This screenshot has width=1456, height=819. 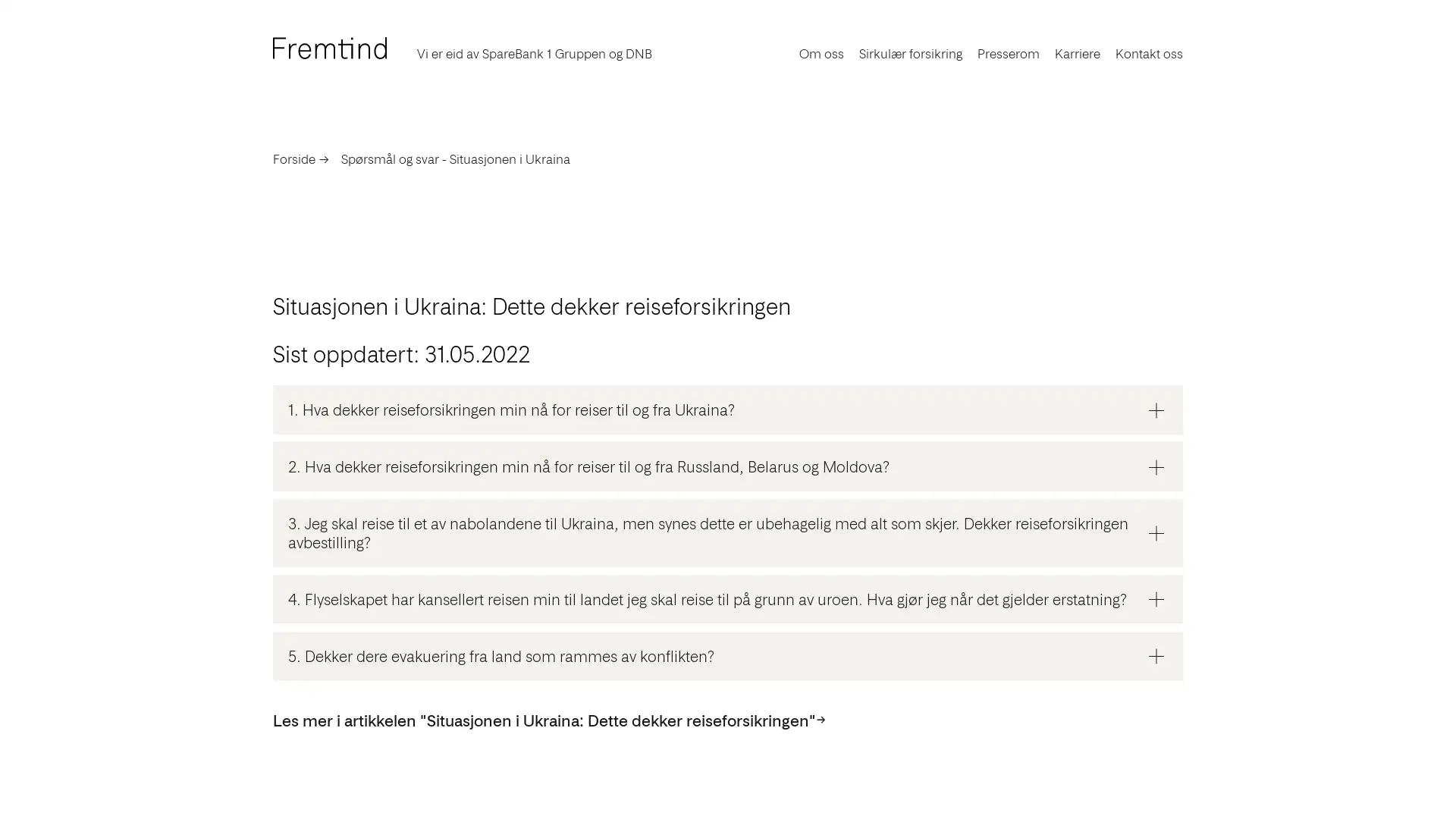 I want to click on 1. Hva dekker reiseforsikringen min na for reiser til og fra Ukraina?, so click(x=728, y=409).